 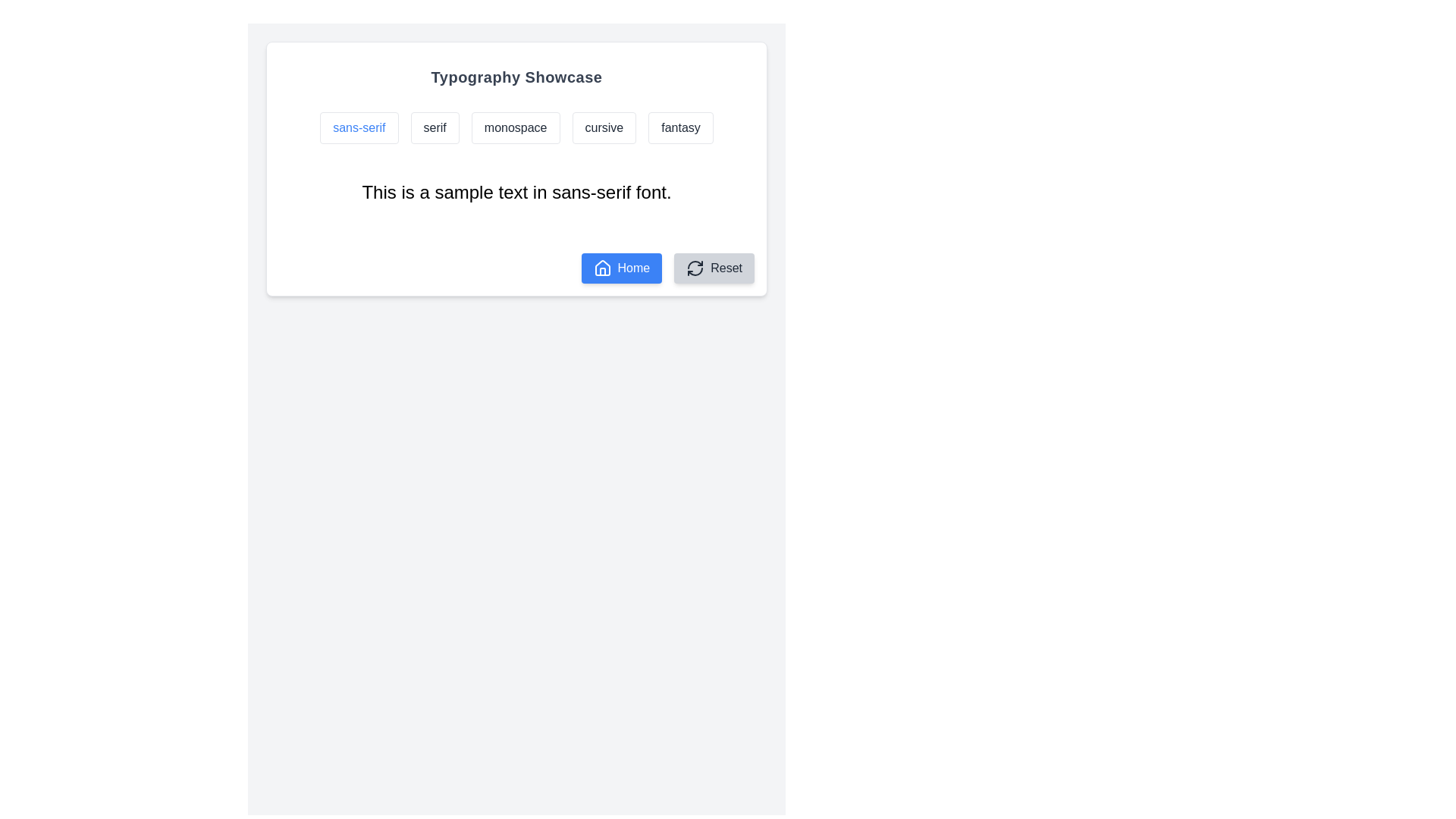 What do you see at coordinates (358, 127) in the screenshot?
I see `the leftmost button labeled 'sans-serif' in the horizontal group of font selection buttons under the title 'Typography Showcase'` at bounding box center [358, 127].